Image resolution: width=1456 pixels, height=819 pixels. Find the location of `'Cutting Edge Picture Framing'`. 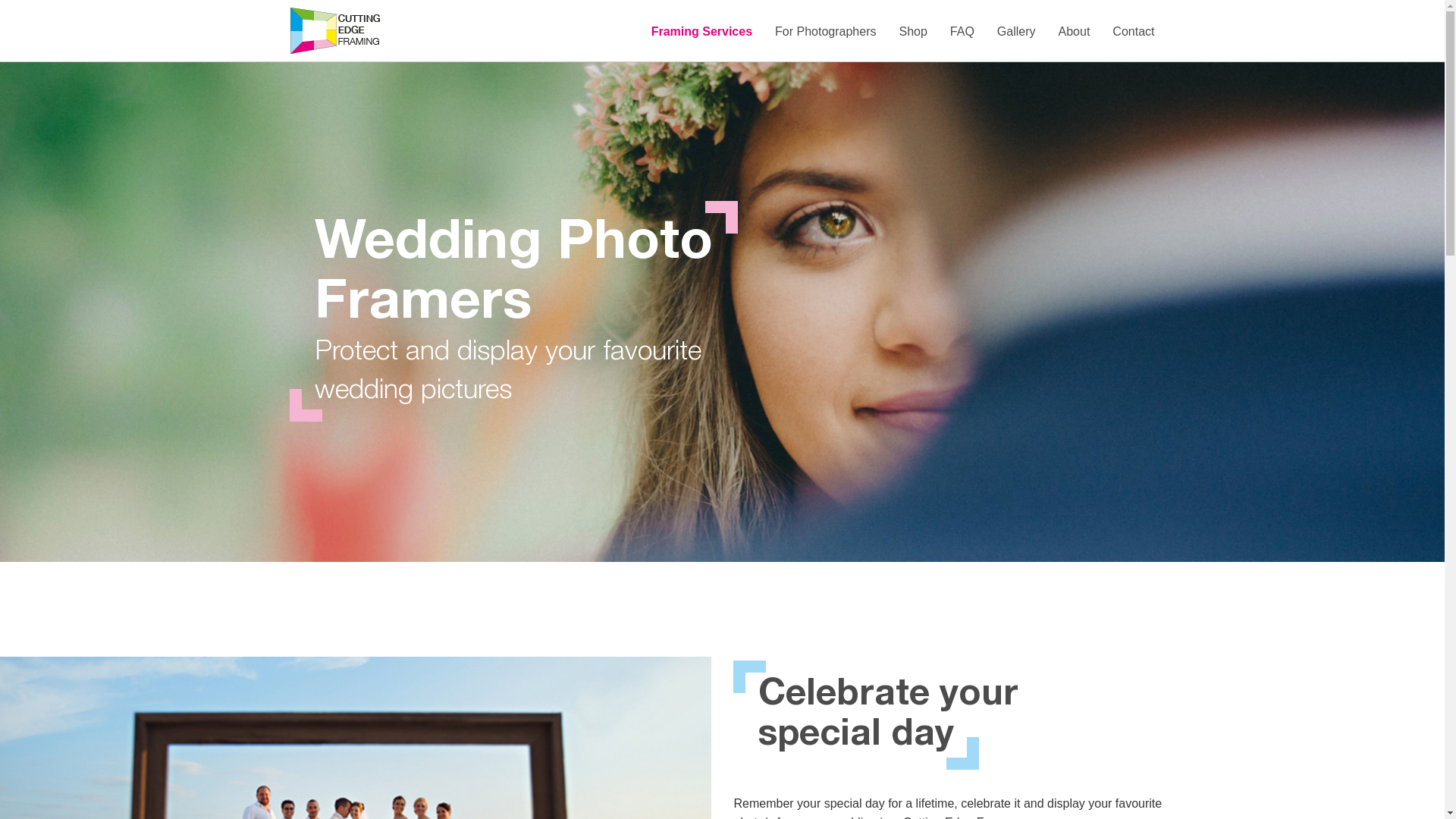

'Cutting Edge Picture Framing' is located at coordinates (334, 30).